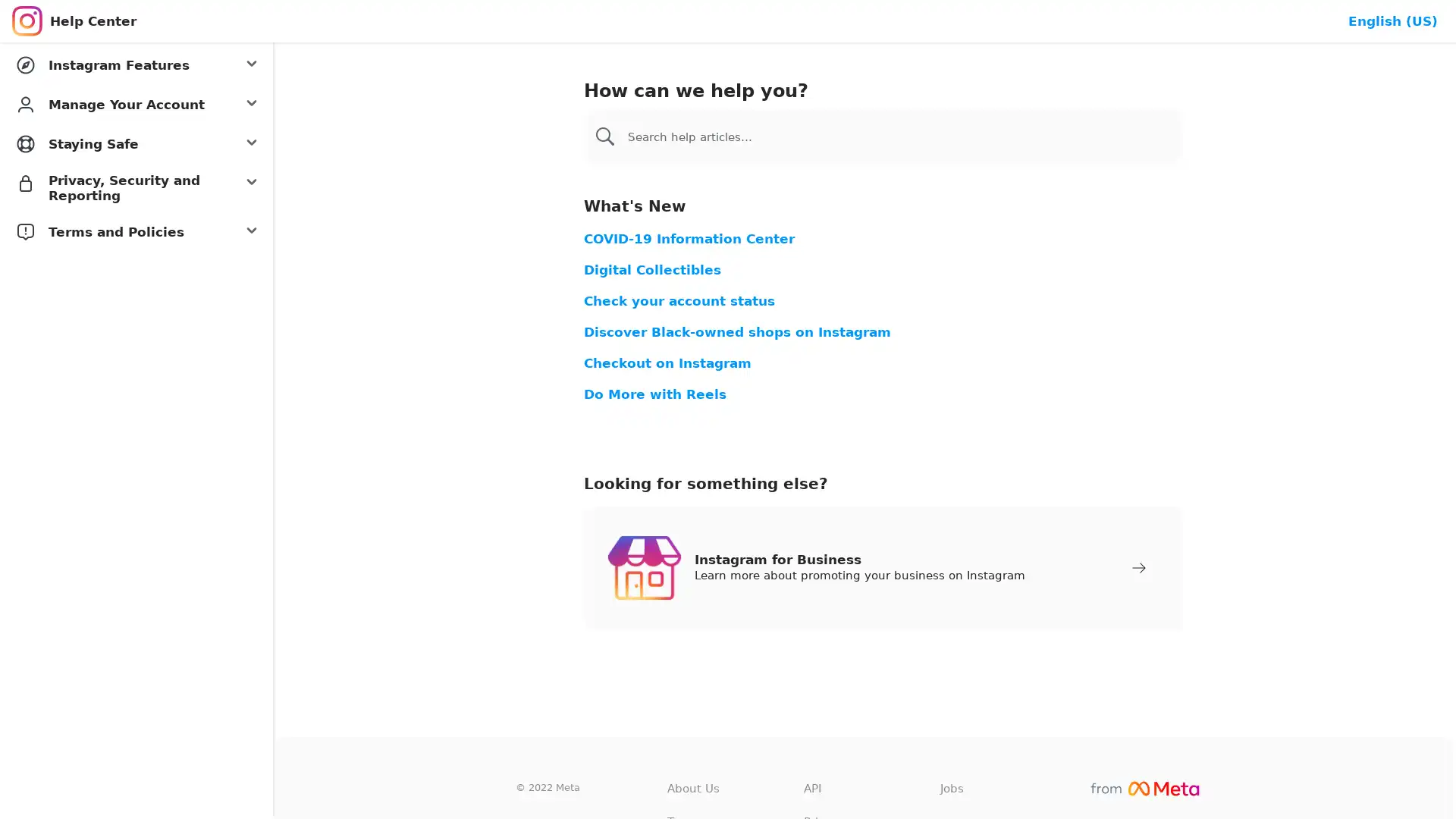 The image size is (1456, 819). I want to click on Change Language: English (US), so click(1393, 20).